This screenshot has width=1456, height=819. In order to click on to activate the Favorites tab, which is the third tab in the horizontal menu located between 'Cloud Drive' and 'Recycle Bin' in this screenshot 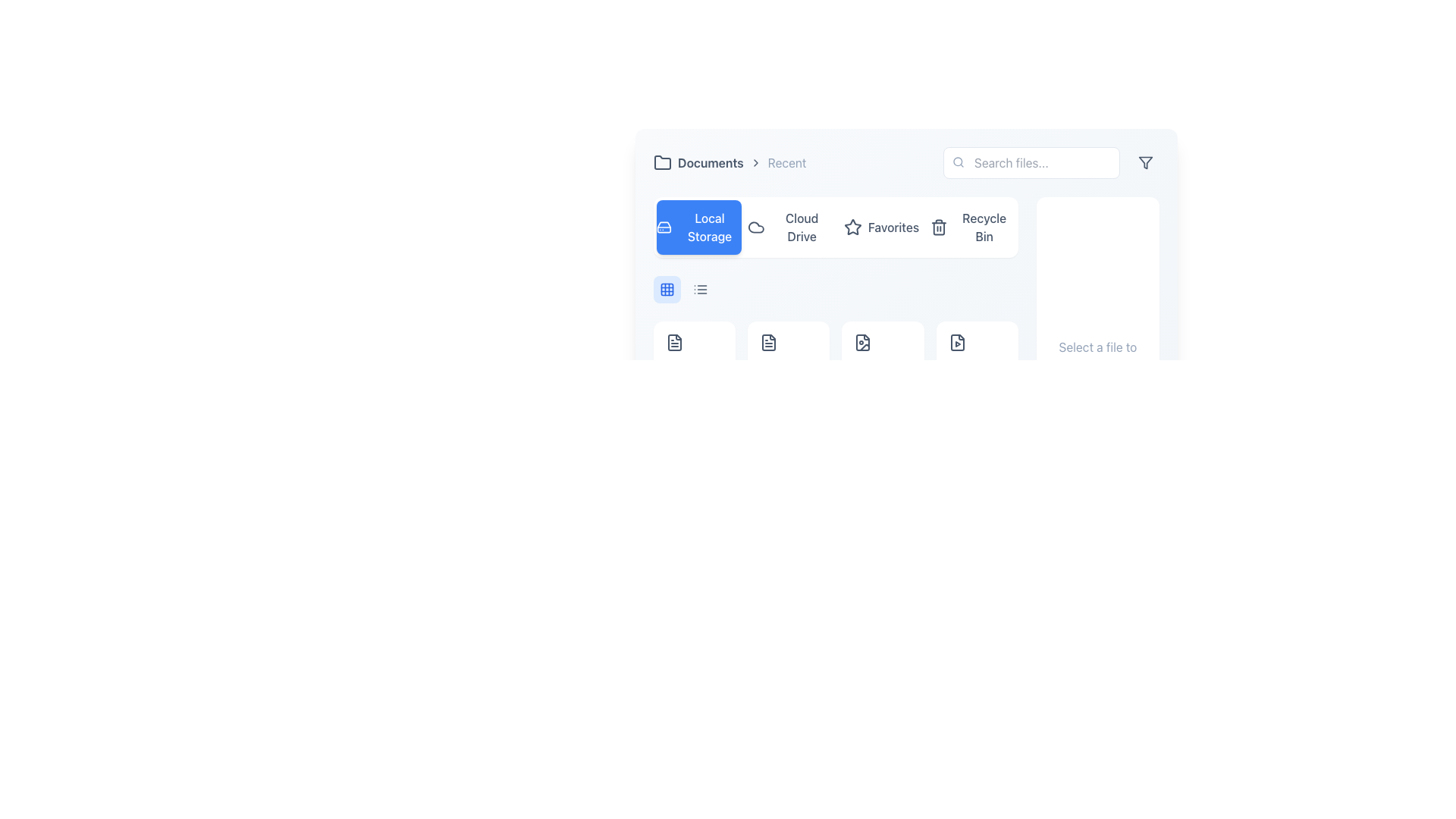, I will do `click(906, 235)`.